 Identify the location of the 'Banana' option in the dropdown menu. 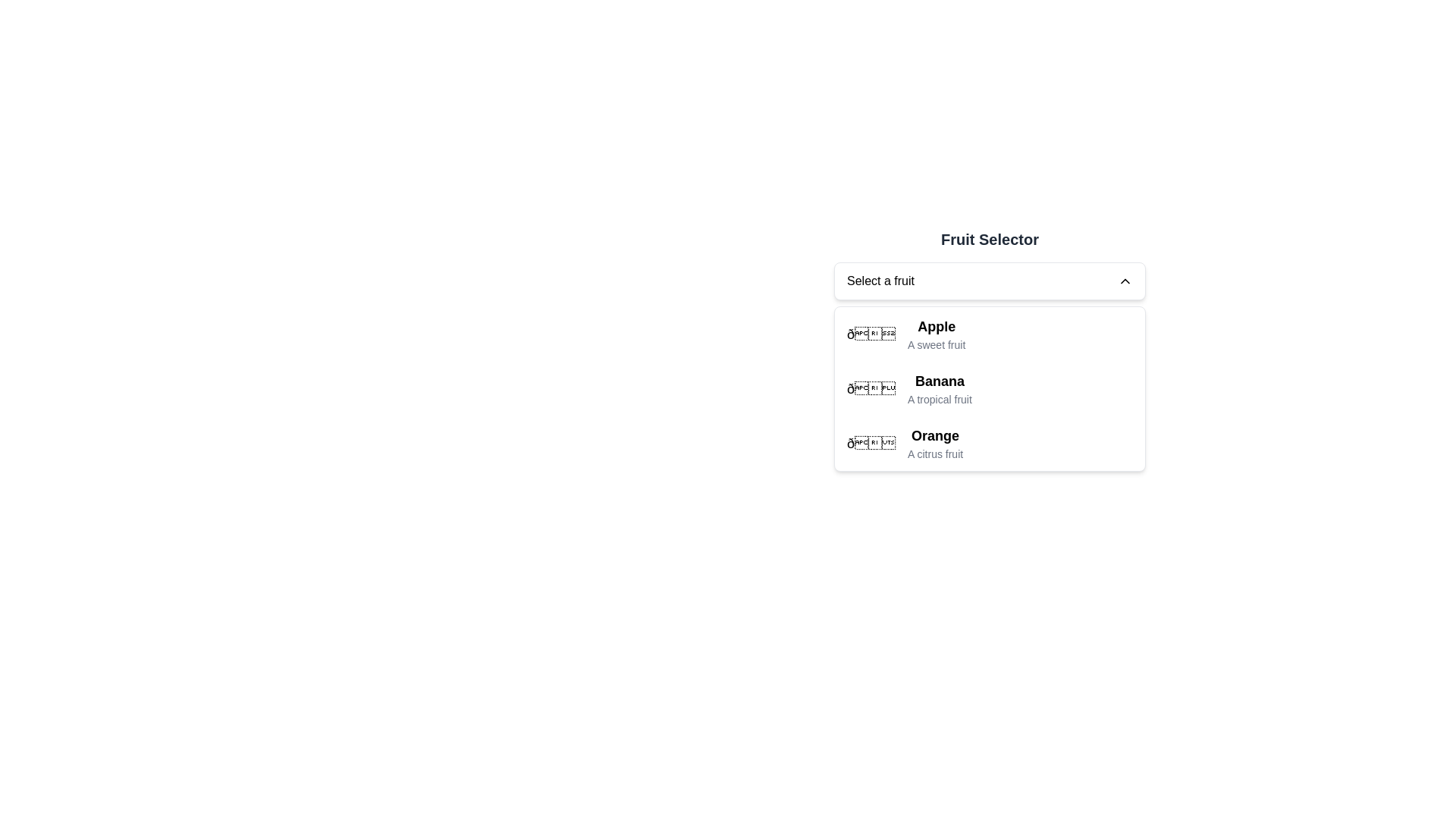
(990, 388).